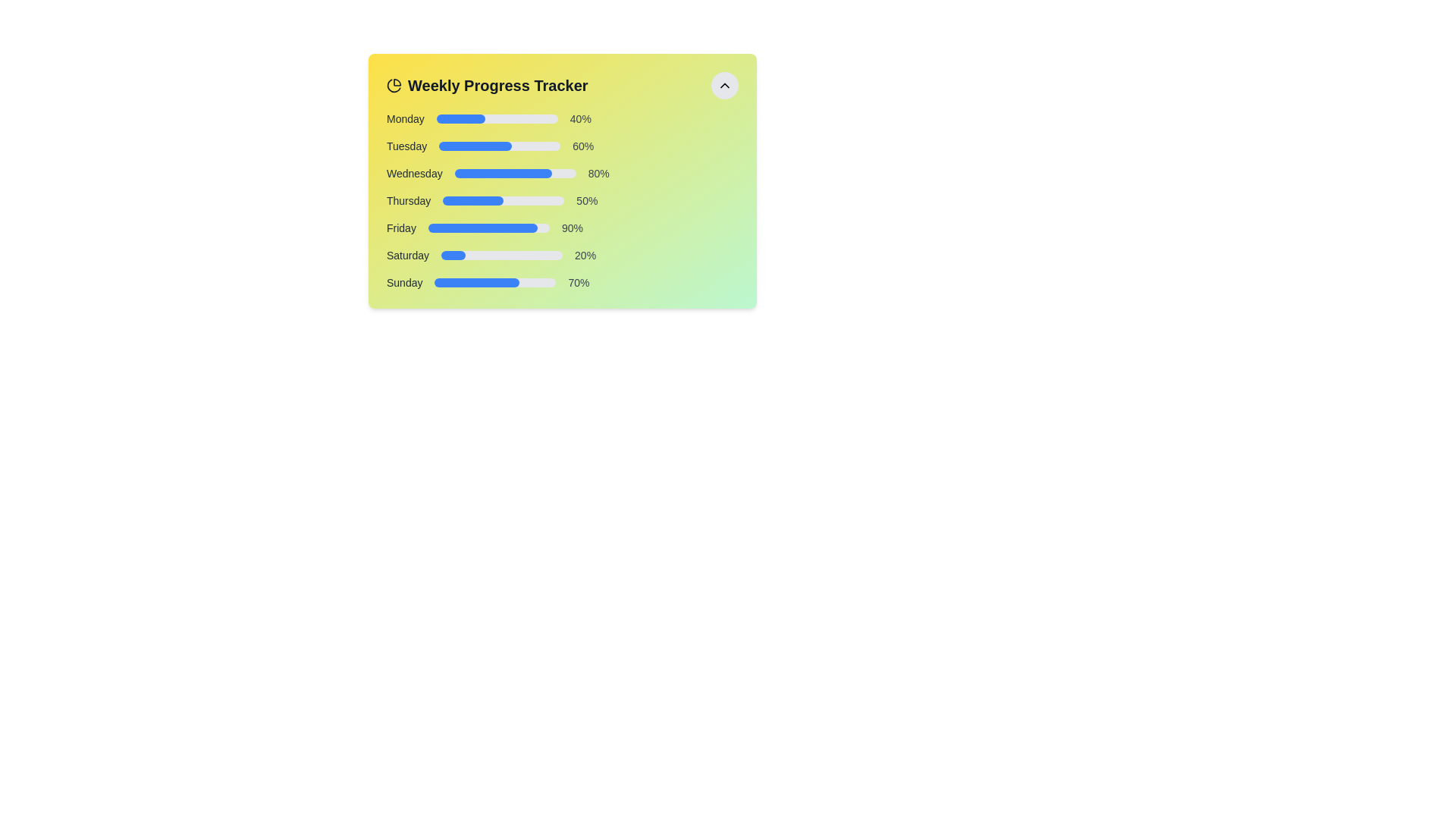 The height and width of the screenshot is (819, 1456). Describe the element at coordinates (406, 146) in the screenshot. I see `the text label displaying 'Tuesday' aligned to the left, which is located below the 'Weekly Progress Tracker' heading and adjacent to Tuesday's progress bar` at that location.